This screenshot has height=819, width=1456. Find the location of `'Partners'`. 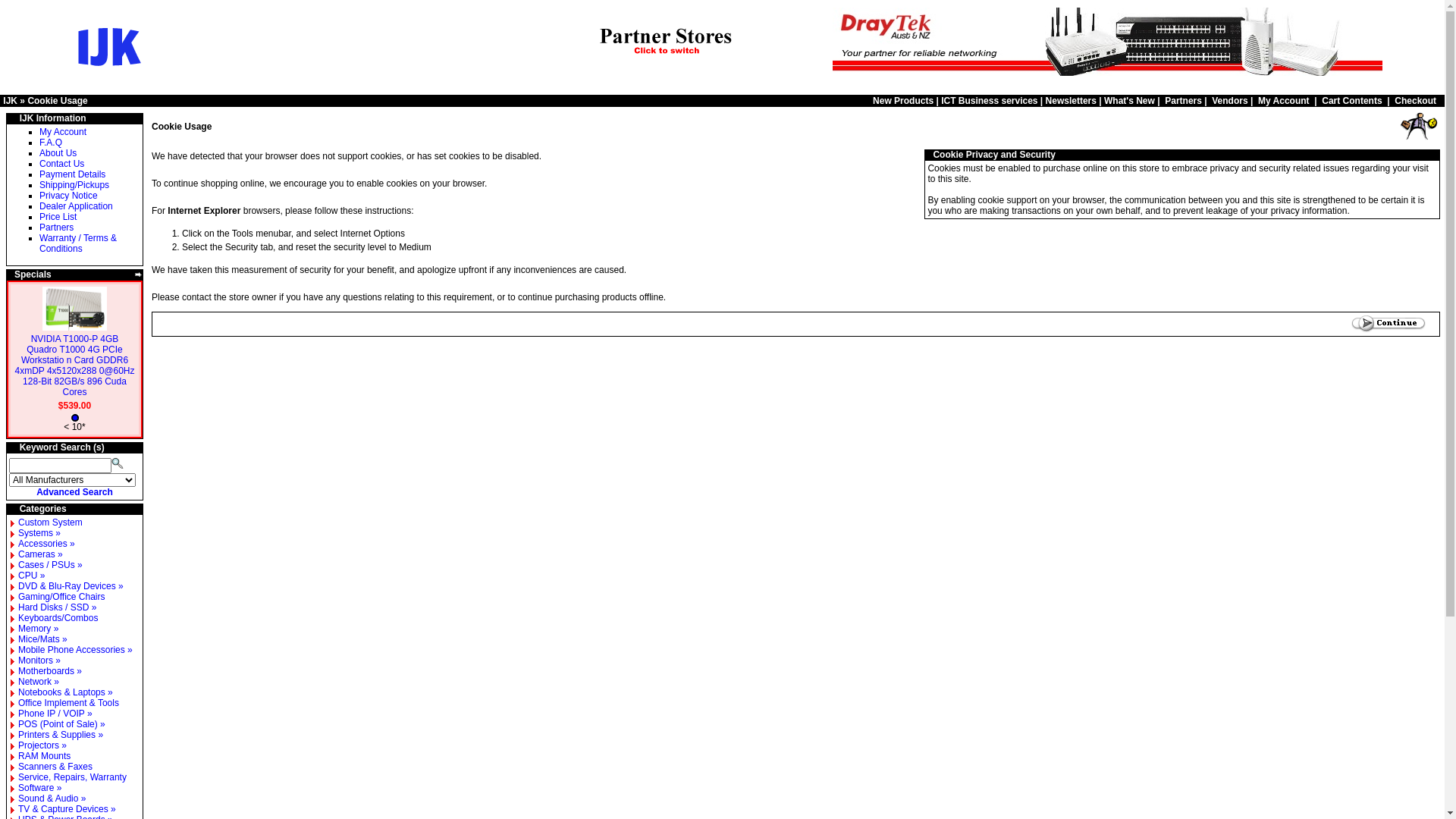

'Partners' is located at coordinates (1182, 100).